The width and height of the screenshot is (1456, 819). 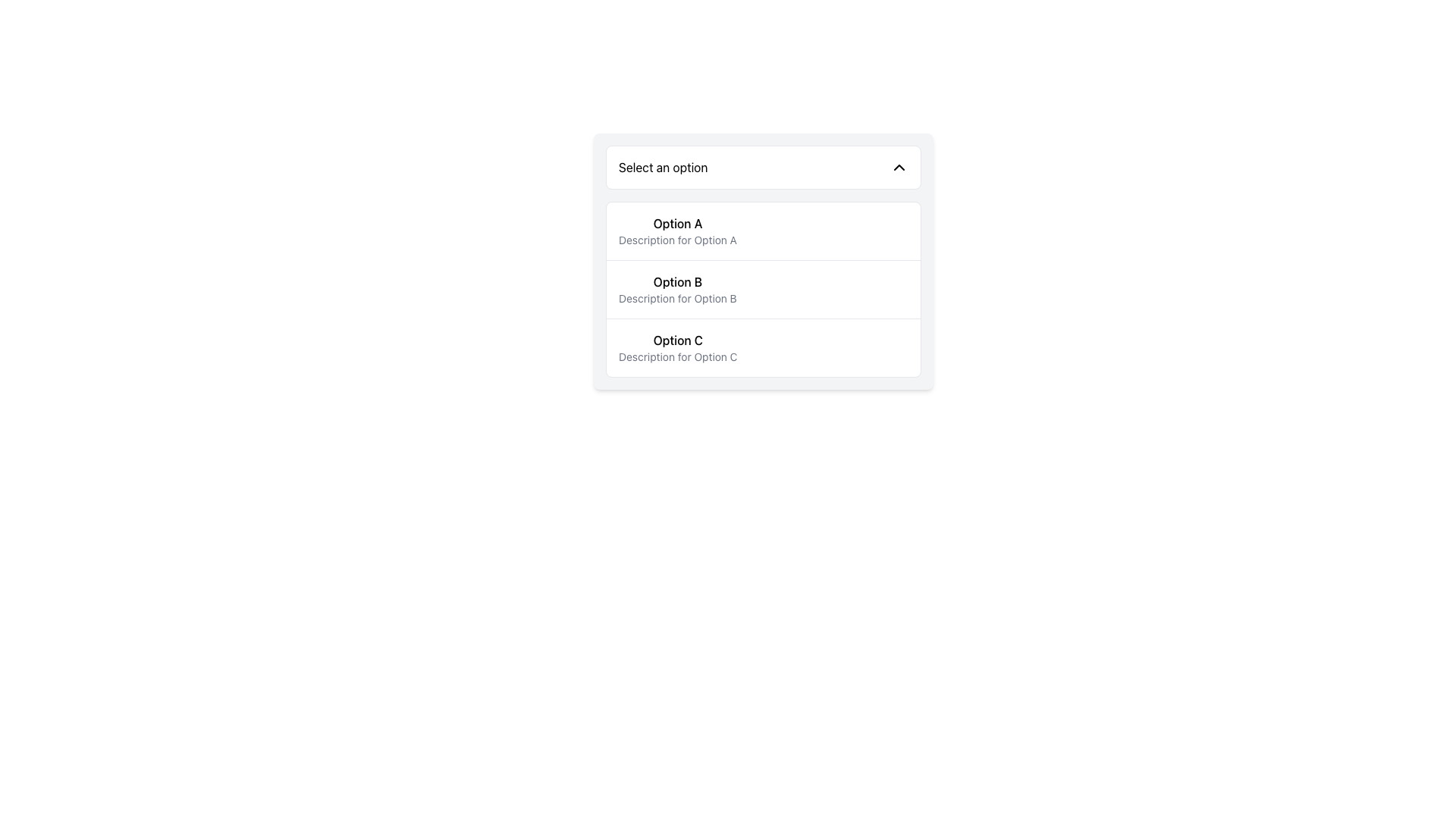 I want to click on the menu item labeled 'Option A', so click(x=764, y=231).